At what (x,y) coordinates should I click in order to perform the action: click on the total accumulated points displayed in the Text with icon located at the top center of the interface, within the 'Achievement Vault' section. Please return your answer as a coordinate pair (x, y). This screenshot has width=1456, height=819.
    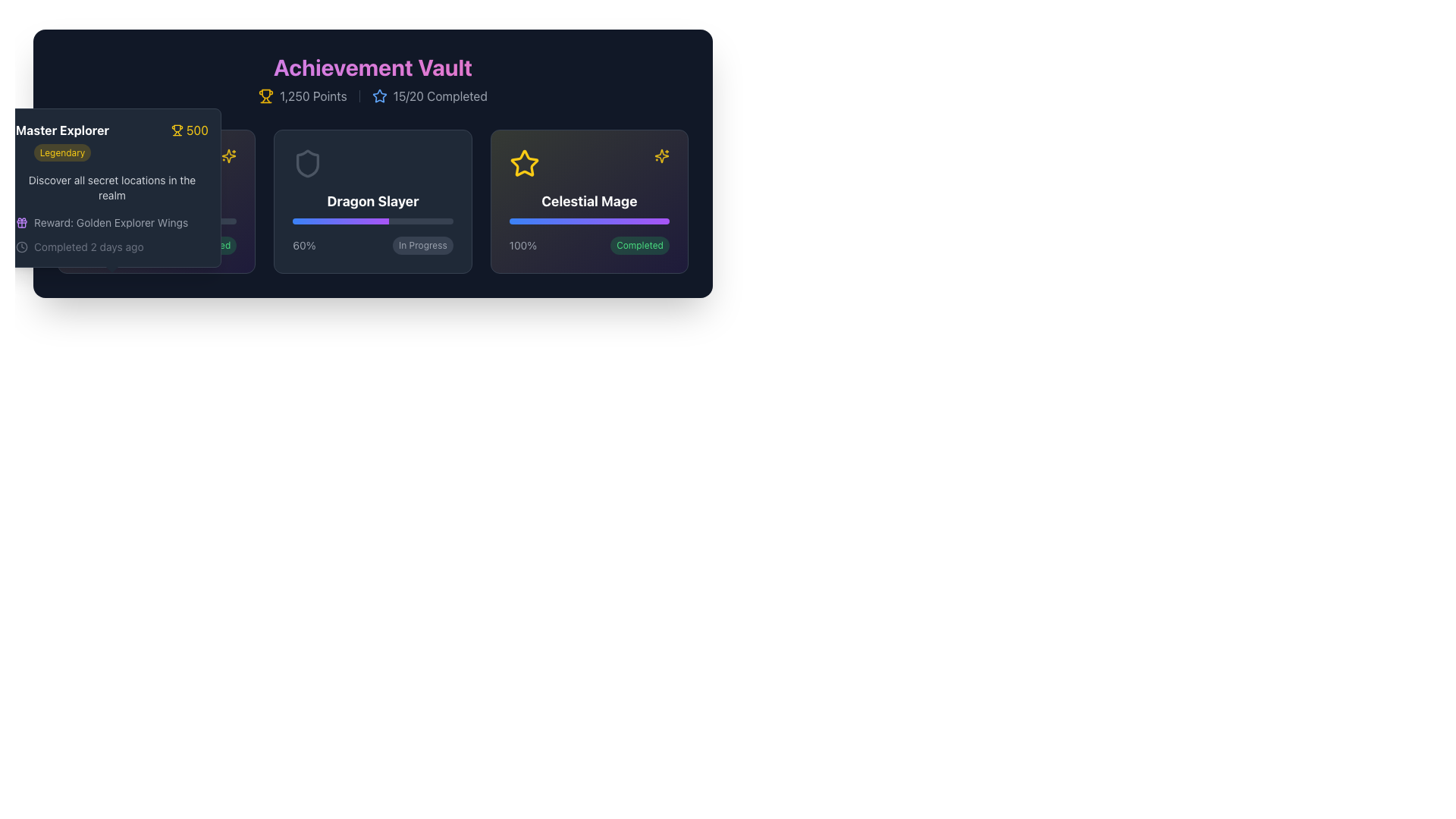
    Looking at the image, I should click on (303, 96).